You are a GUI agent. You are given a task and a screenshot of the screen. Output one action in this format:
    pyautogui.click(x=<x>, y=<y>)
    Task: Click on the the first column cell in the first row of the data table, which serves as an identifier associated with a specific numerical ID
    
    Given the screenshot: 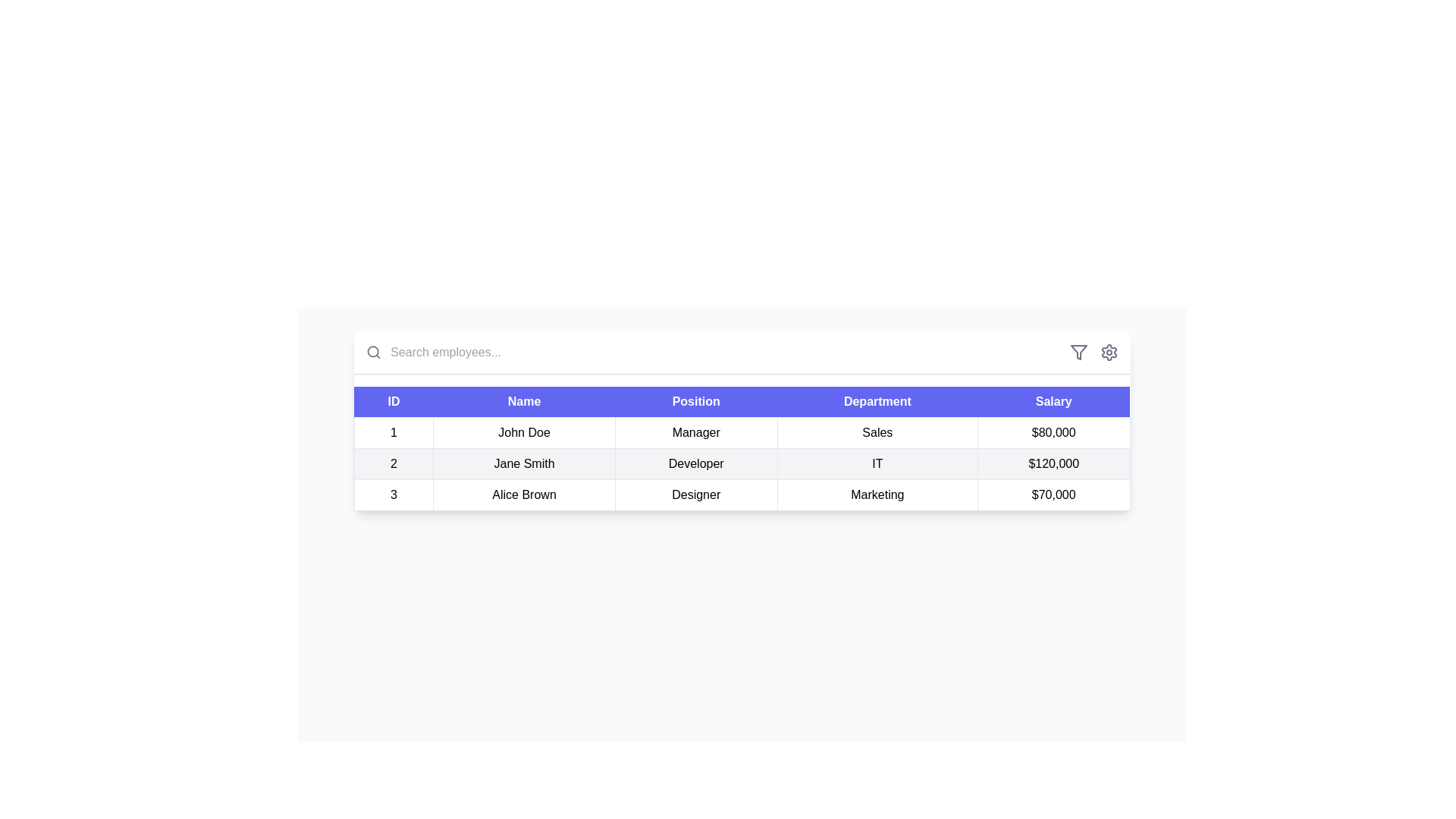 What is the action you would take?
    pyautogui.click(x=394, y=432)
    